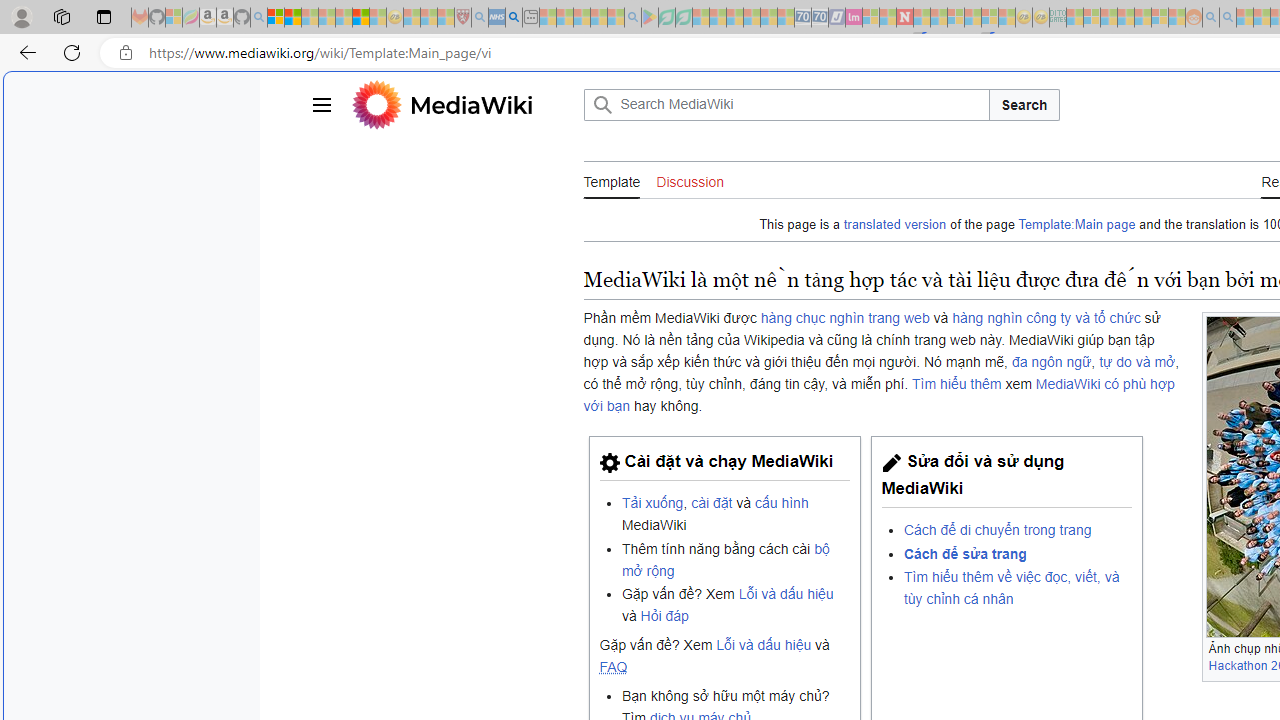 Image resolution: width=1280 pixels, height=720 pixels. What do you see at coordinates (470, 104) in the screenshot?
I see `'MediaWiki'` at bounding box center [470, 104].